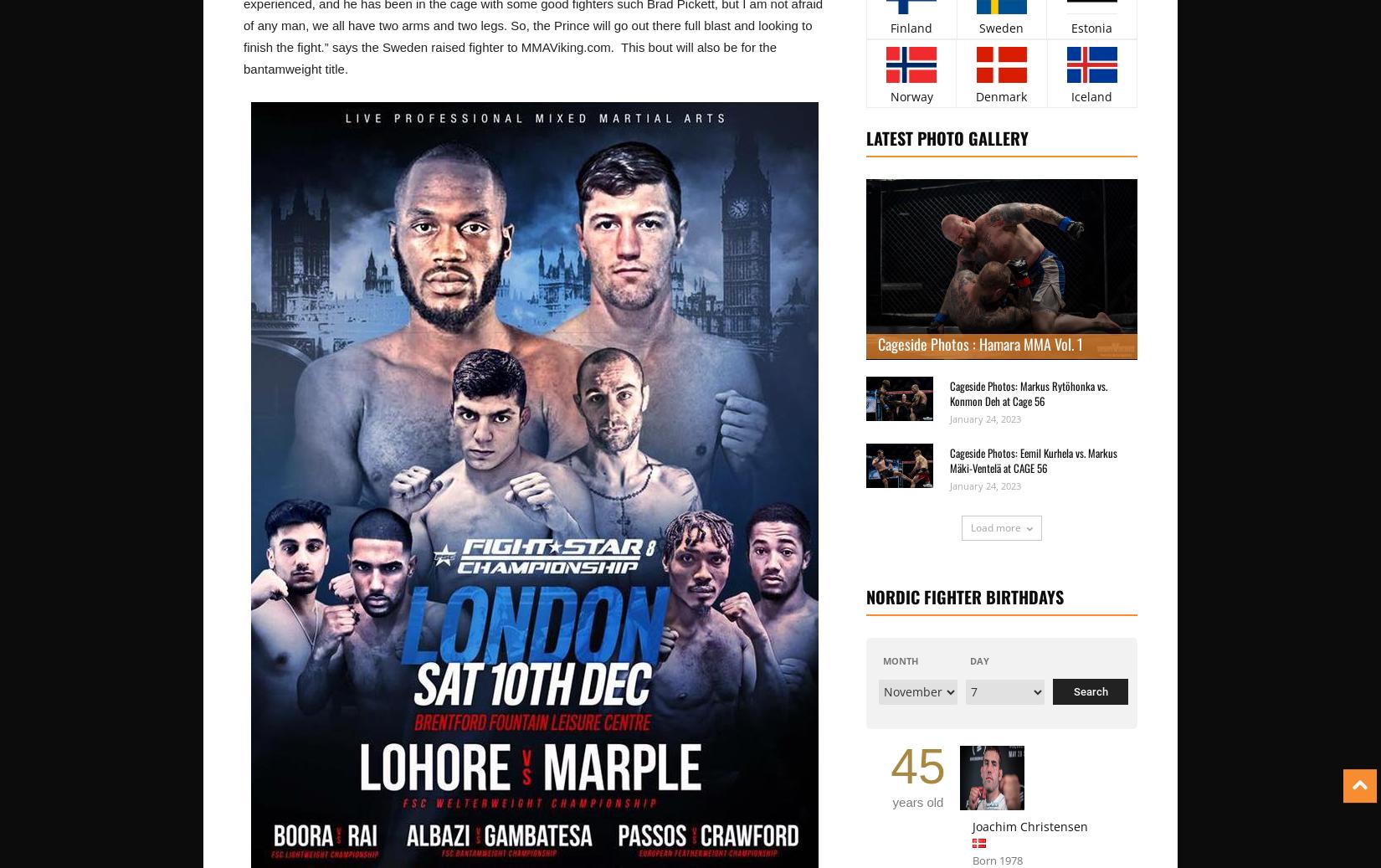 Image resolution: width=1381 pixels, height=868 pixels. I want to click on 'Cageside Photos: Markus Rytöhonka vs. Konmon Deh at Cage 56', so click(1028, 392).